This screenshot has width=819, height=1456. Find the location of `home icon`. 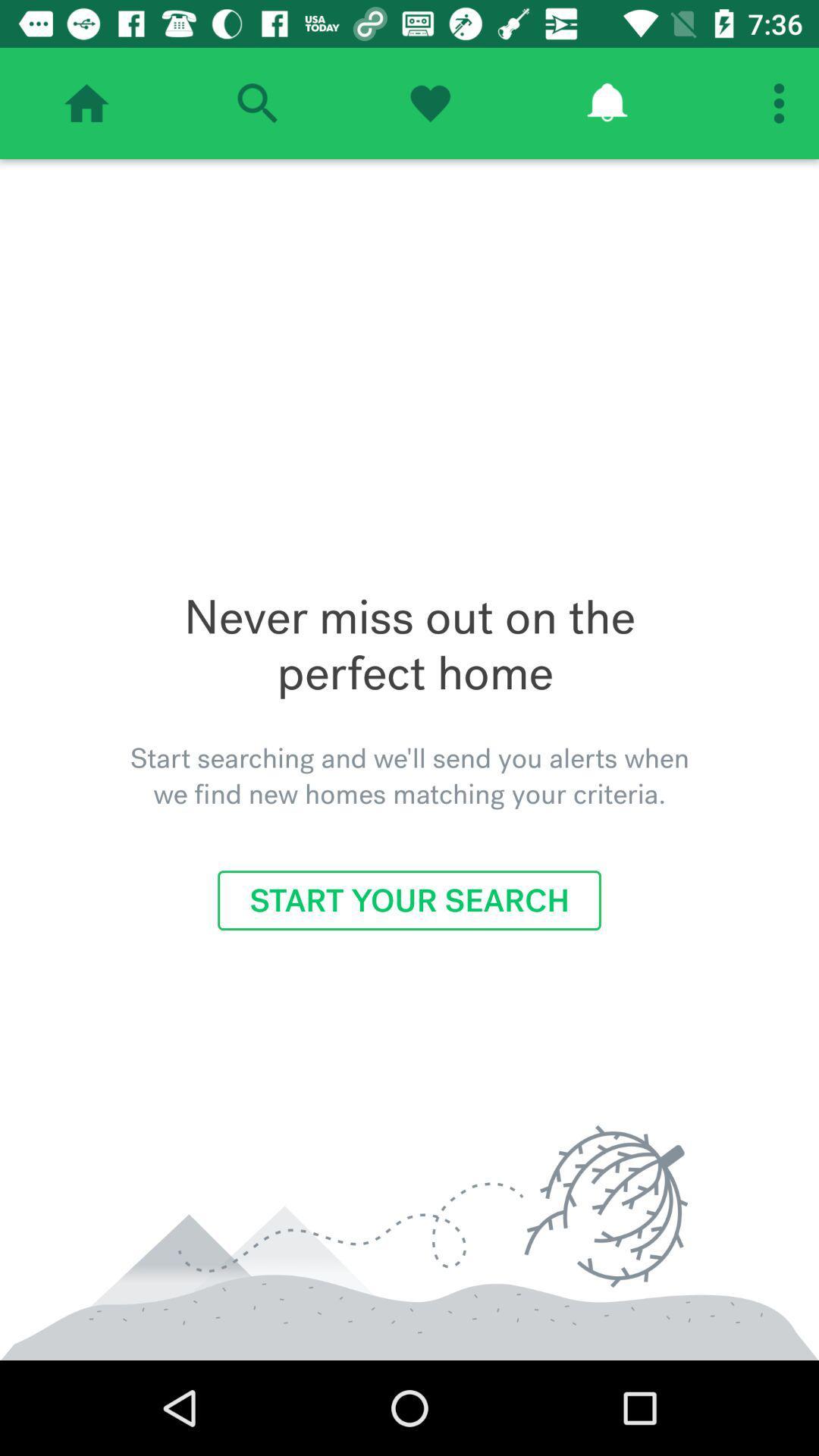

home icon is located at coordinates (86, 102).